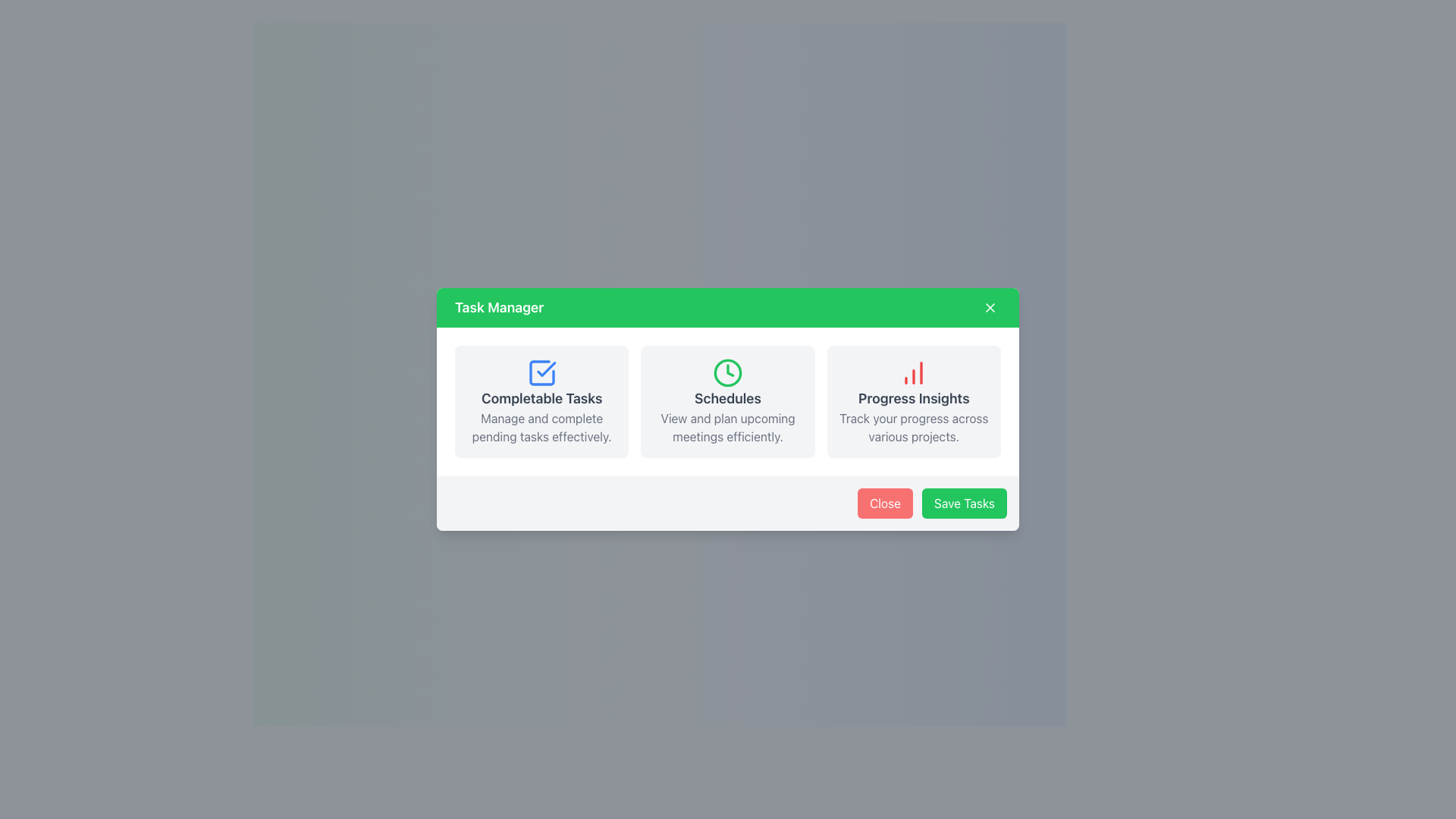  I want to click on the SVG Circle with a green border located within the clock icon in the 'Schedules' panel of the Task Manager dialog, so click(728, 373).